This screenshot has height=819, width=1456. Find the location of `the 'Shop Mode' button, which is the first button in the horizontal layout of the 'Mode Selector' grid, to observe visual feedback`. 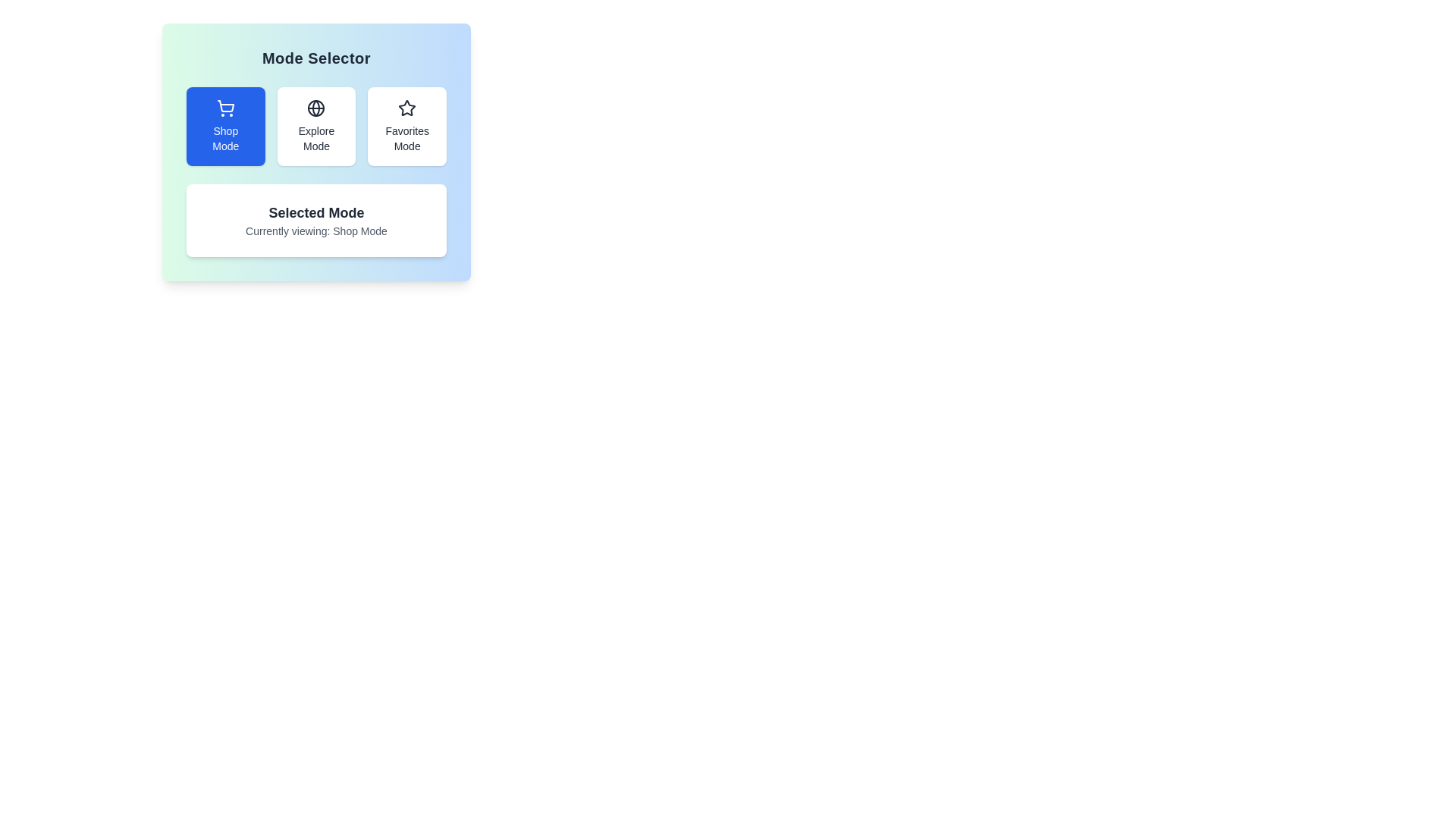

the 'Shop Mode' button, which is the first button in the horizontal layout of the 'Mode Selector' grid, to observe visual feedback is located at coordinates (224, 125).